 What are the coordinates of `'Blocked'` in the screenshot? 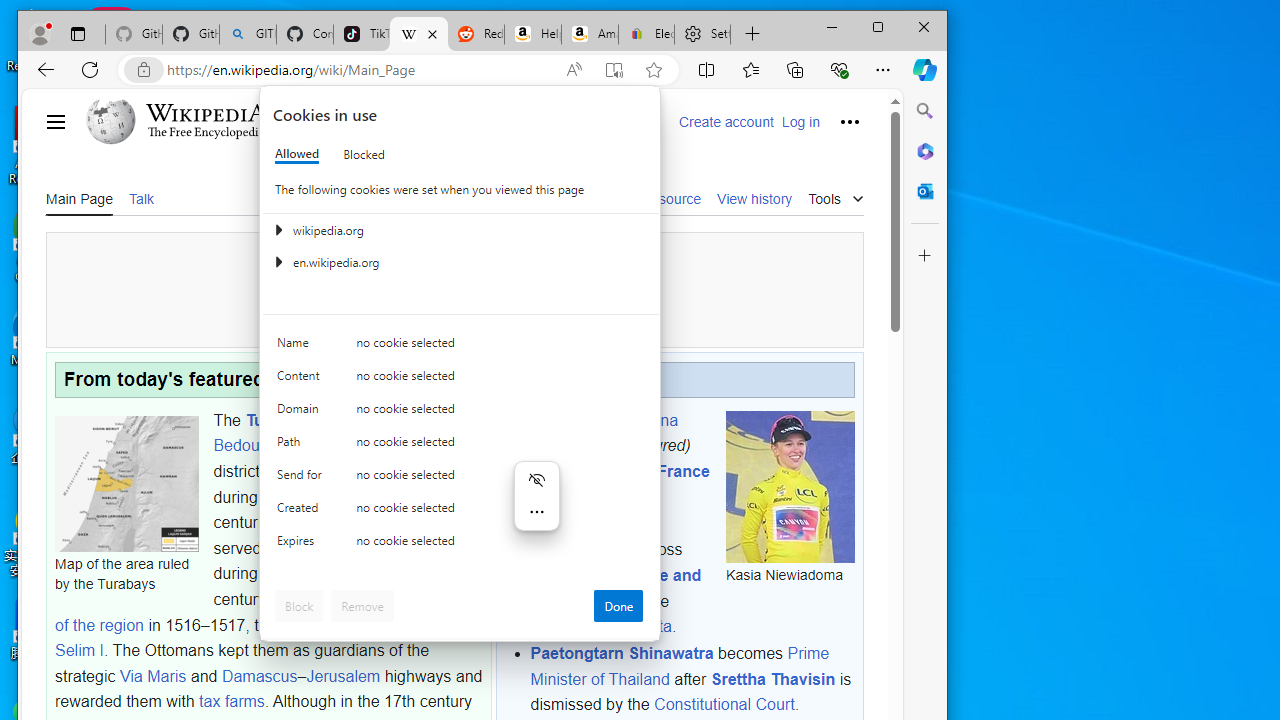 It's located at (364, 153).